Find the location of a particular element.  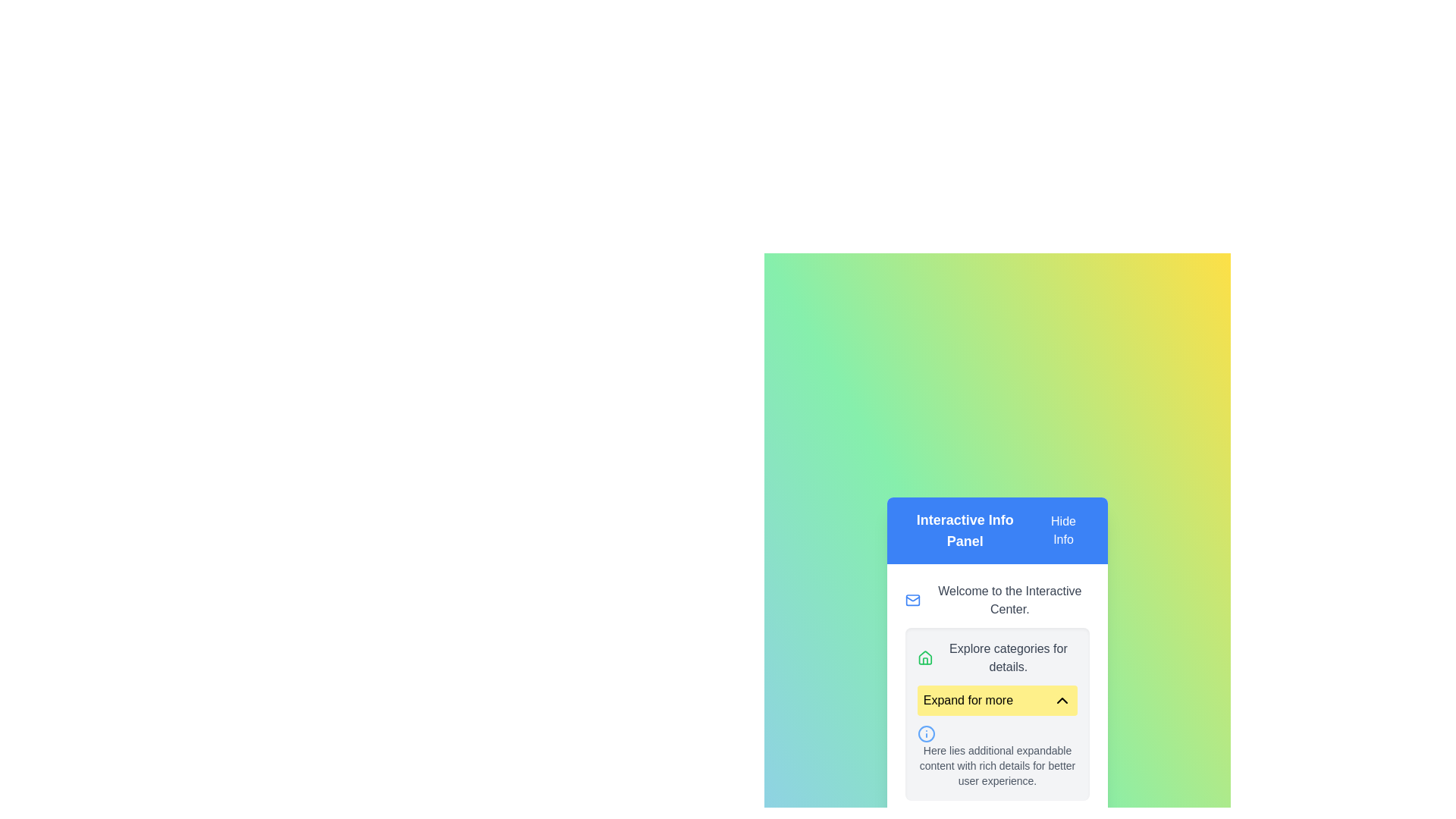

the text label 'Welcome to the Interactive Center.' which is styled in gray and located prominently within the 'Interactive Info Panel' is located at coordinates (1009, 599).